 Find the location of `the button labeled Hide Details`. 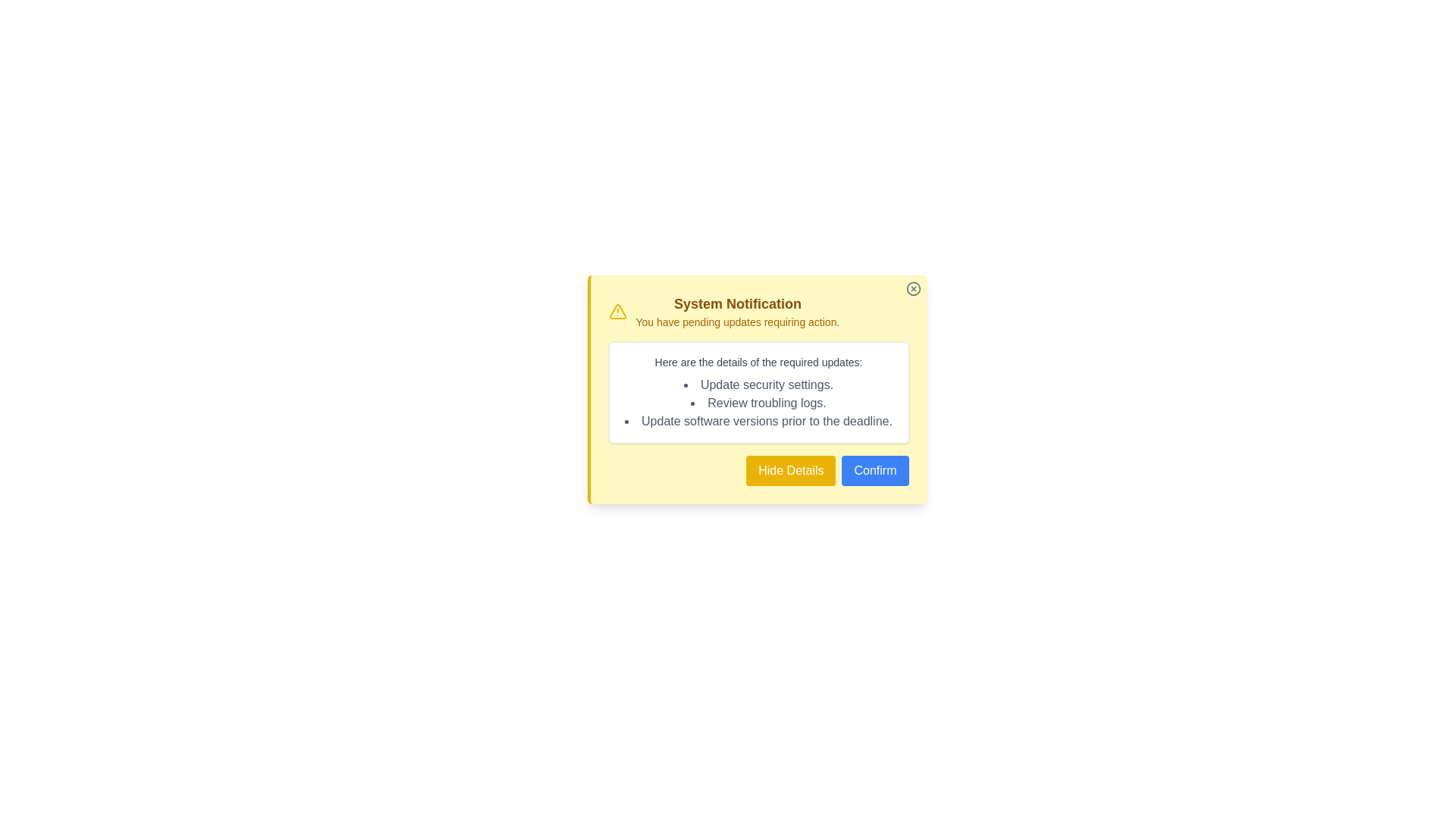

the button labeled Hide Details is located at coordinates (790, 470).